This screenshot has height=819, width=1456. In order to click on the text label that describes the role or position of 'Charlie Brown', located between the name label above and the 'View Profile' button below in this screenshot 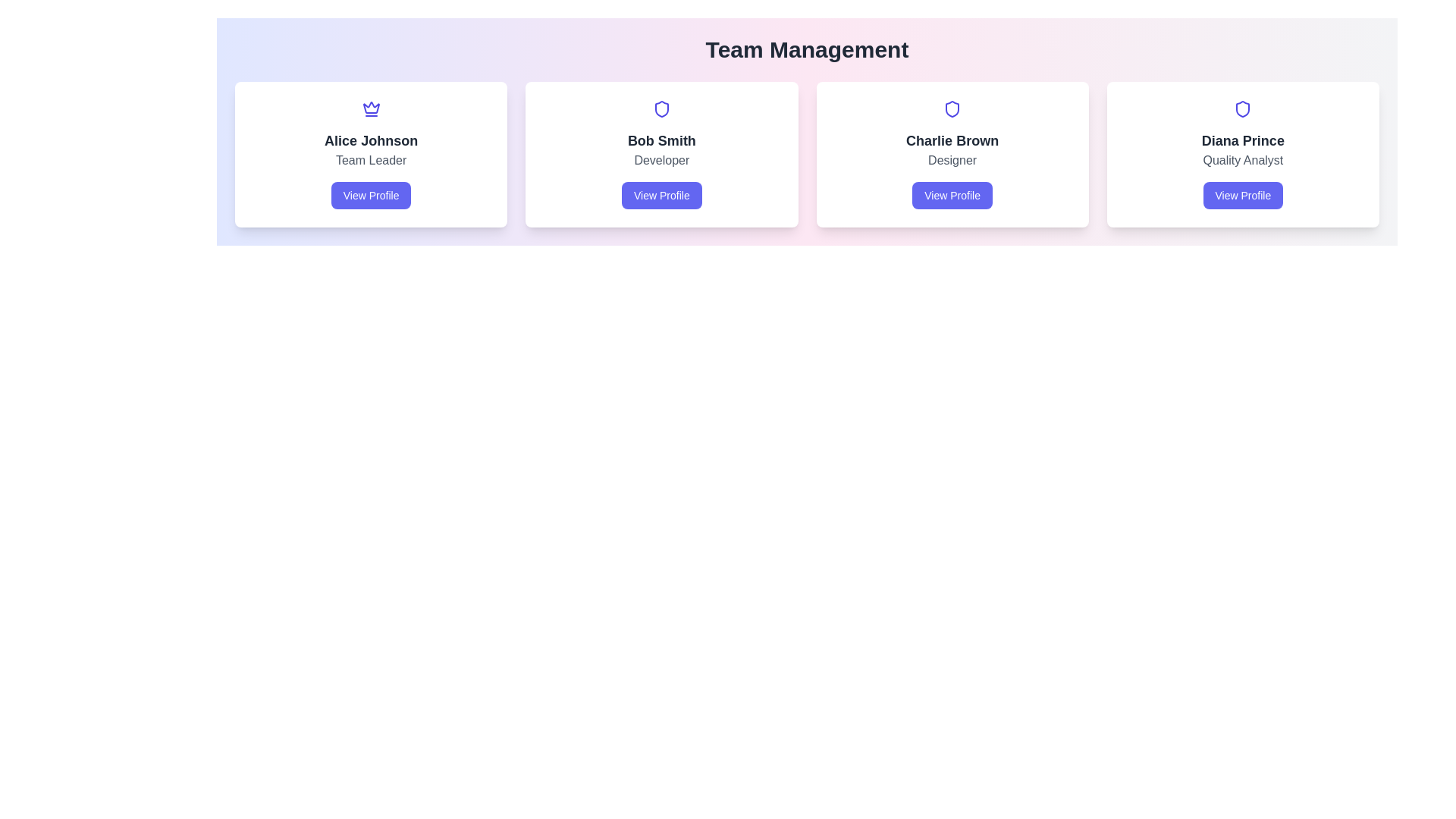, I will do `click(952, 161)`.